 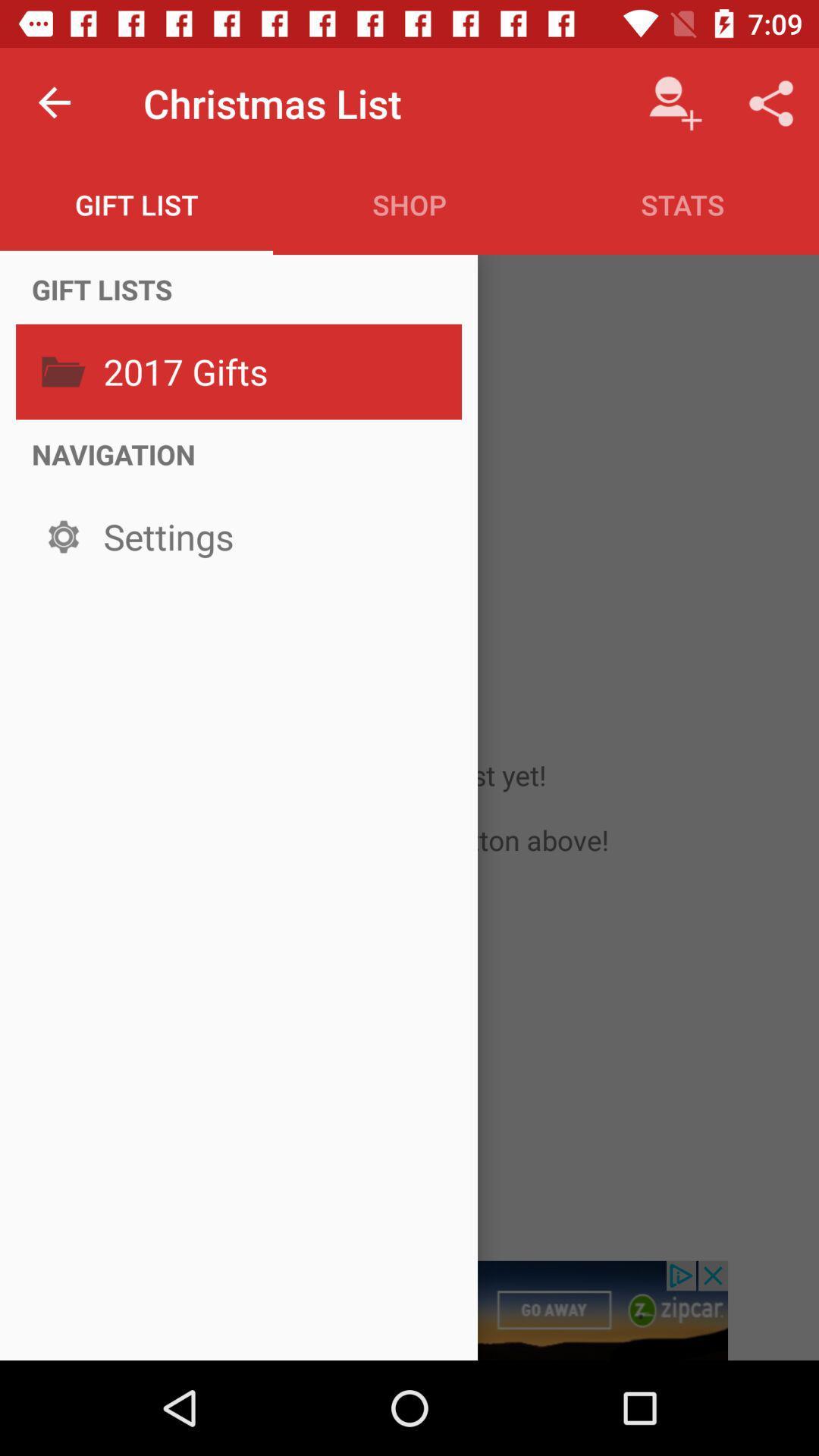 I want to click on click on the advertisement below, so click(x=409, y=1310).